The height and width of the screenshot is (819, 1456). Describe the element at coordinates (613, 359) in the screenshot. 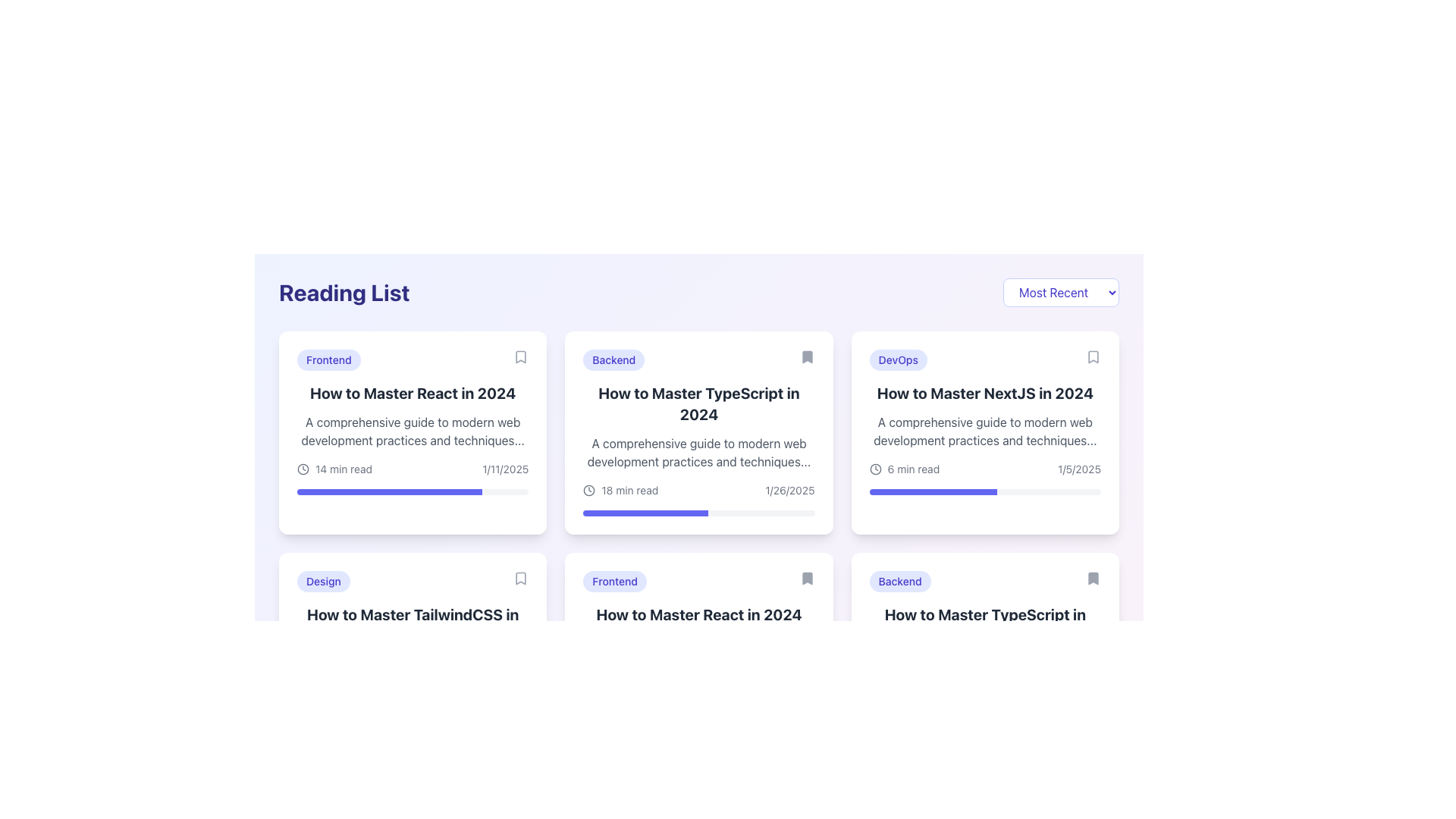

I see `the non-interactive badge element representing 'Backend' located in the second card above the title 'How to Master TypeScript in 2024'` at that location.